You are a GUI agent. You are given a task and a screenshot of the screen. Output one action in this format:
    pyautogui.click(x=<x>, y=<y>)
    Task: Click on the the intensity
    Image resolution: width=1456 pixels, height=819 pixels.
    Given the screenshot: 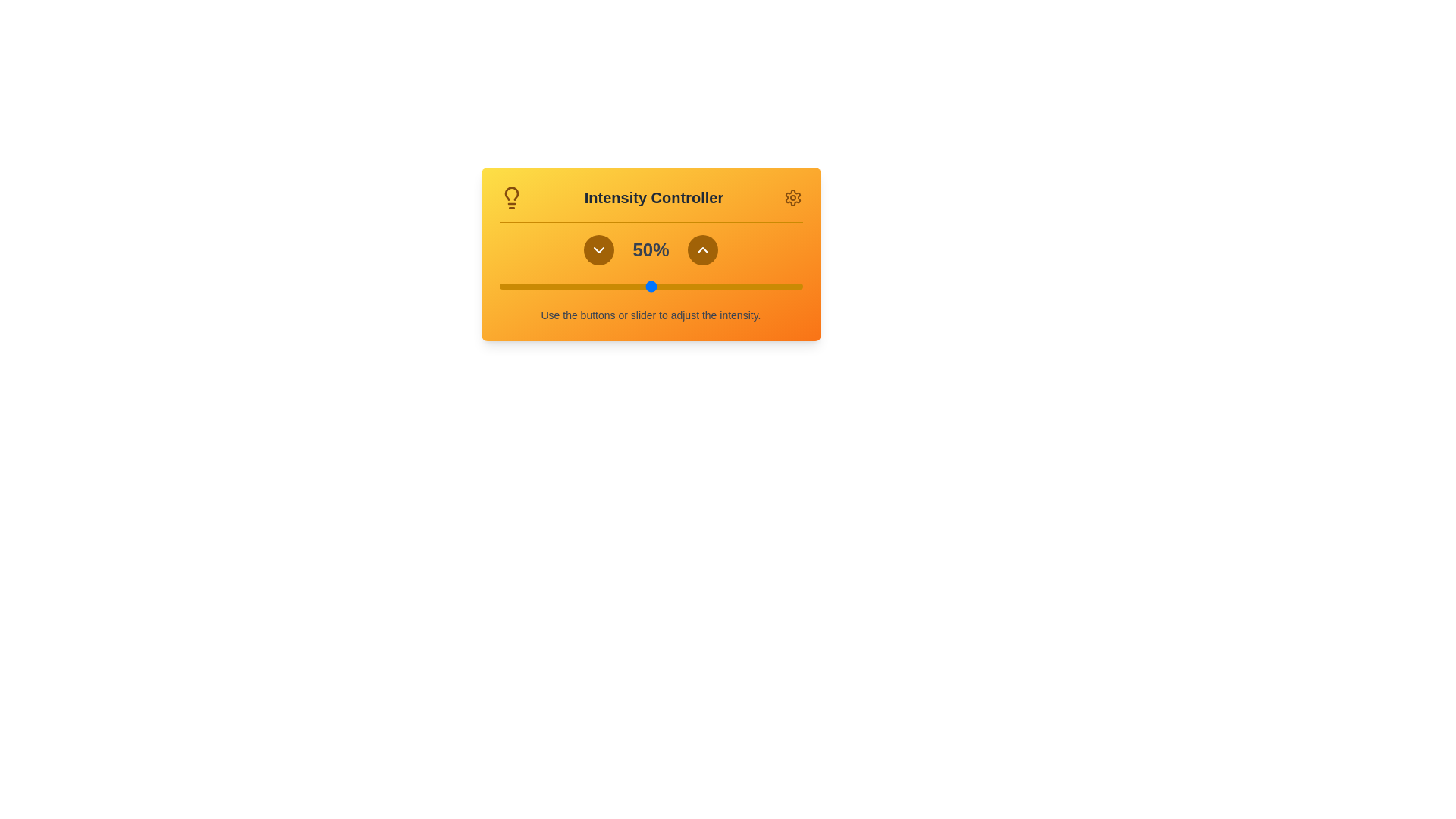 What is the action you would take?
    pyautogui.click(x=635, y=287)
    